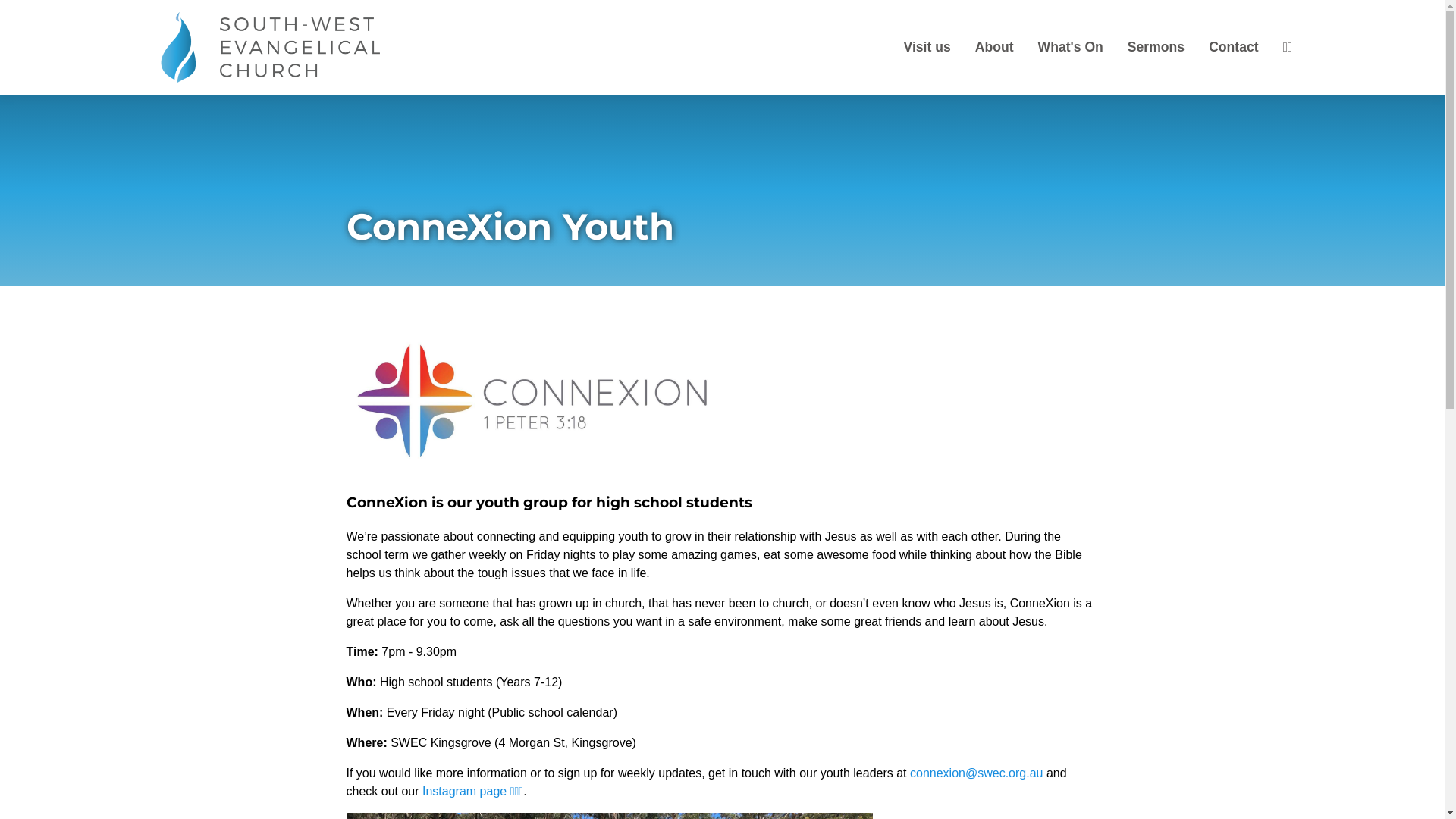 Image resolution: width=1456 pixels, height=819 pixels. What do you see at coordinates (1234, 45) in the screenshot?
I see `'Contact'` at bounding box center [1234, 45].